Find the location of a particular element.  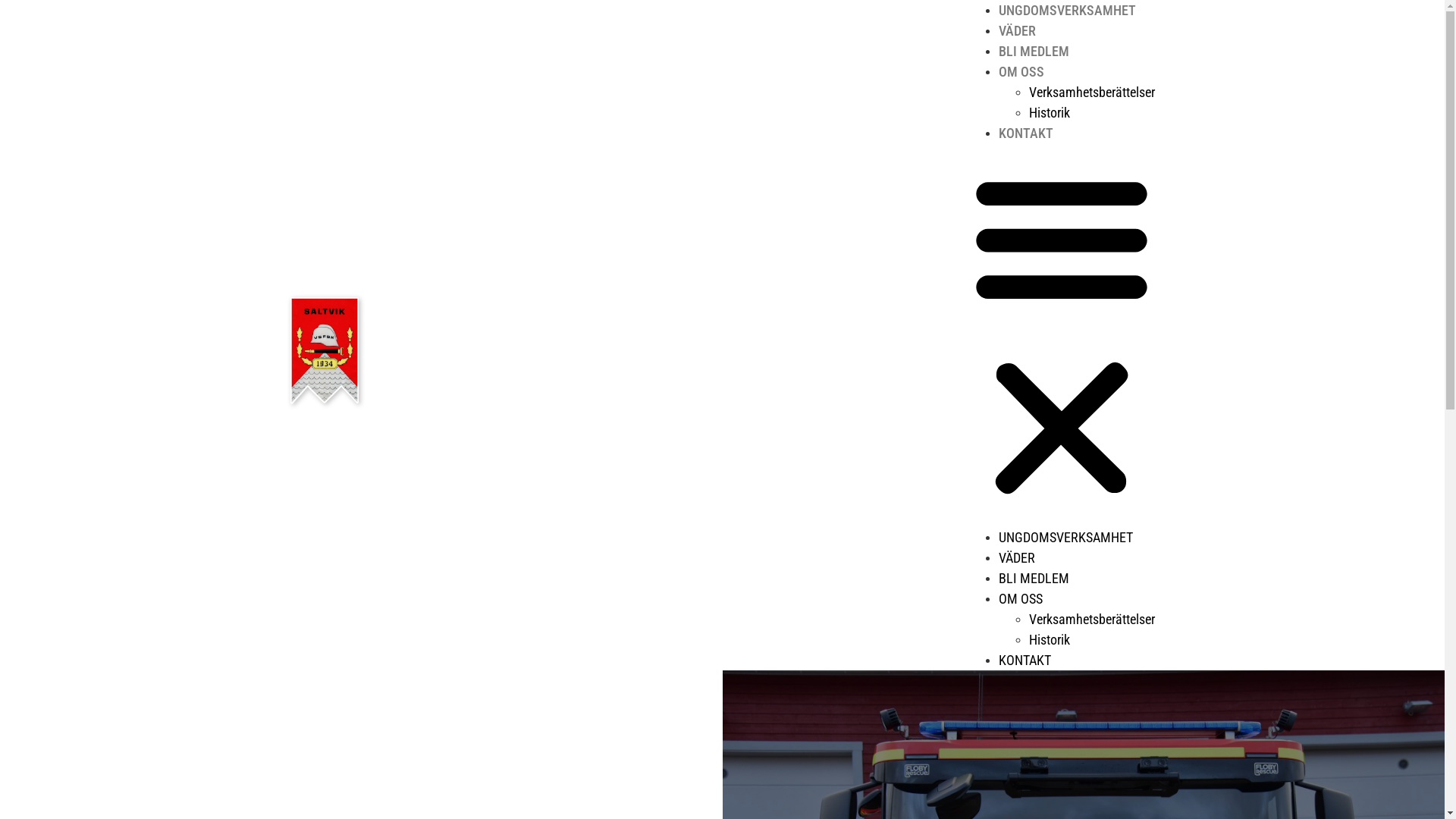

'OM OSS' is located at coordinates (1020, 71).